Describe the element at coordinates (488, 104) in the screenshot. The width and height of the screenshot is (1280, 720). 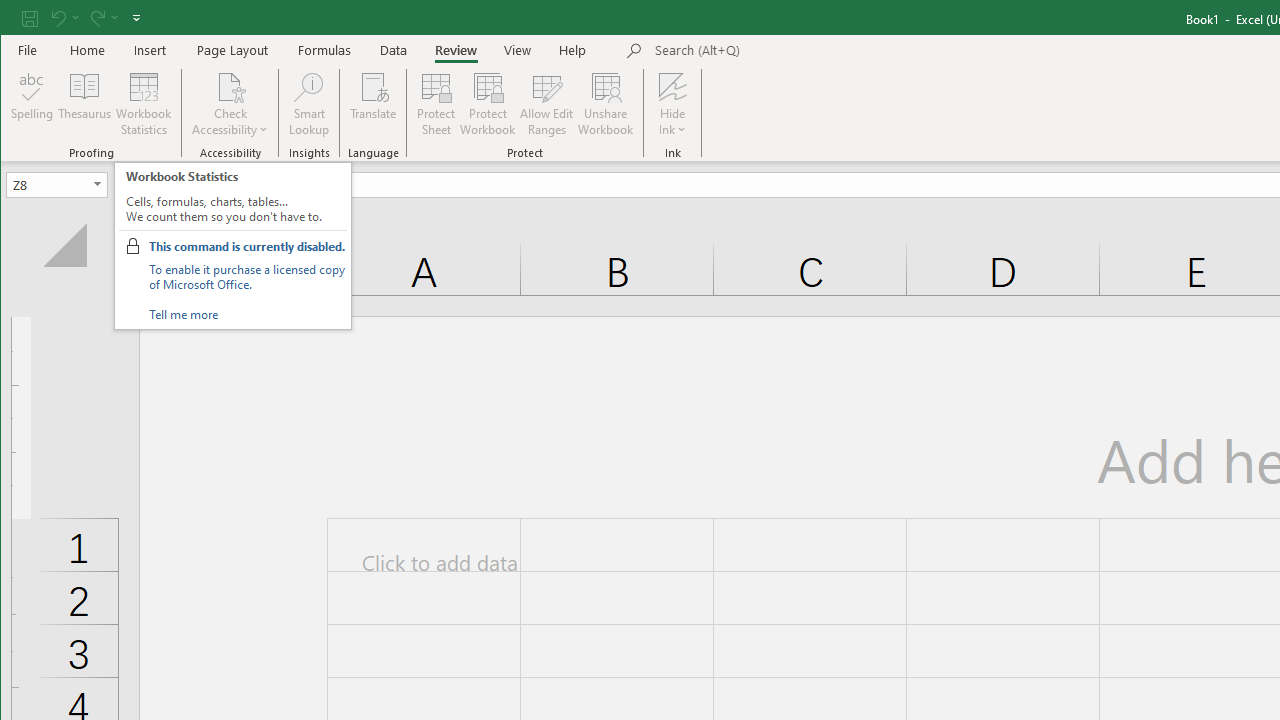
I see `'Protect Workbook...'` at that location.